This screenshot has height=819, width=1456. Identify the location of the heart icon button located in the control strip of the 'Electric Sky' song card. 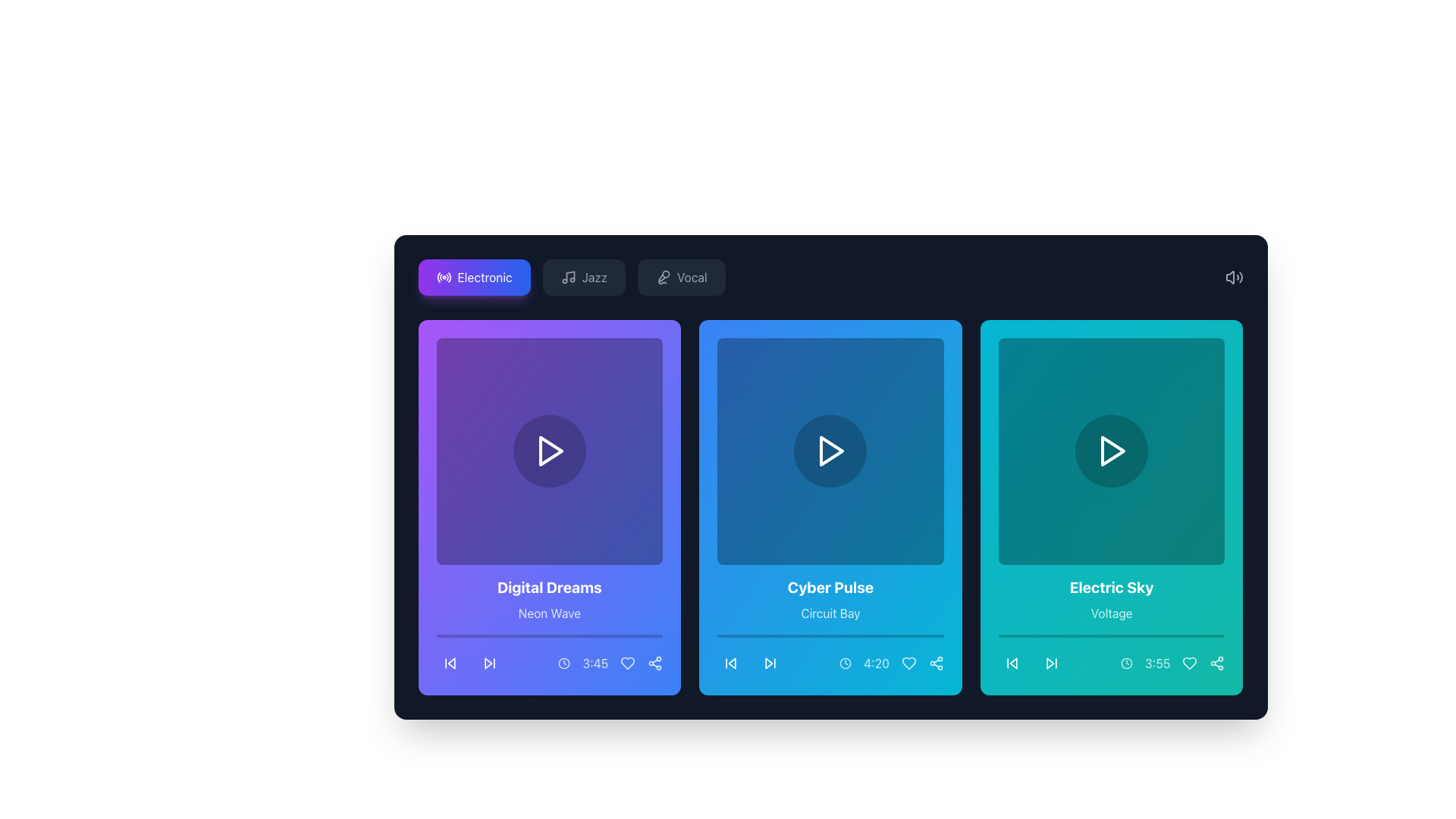
(1189, 662).